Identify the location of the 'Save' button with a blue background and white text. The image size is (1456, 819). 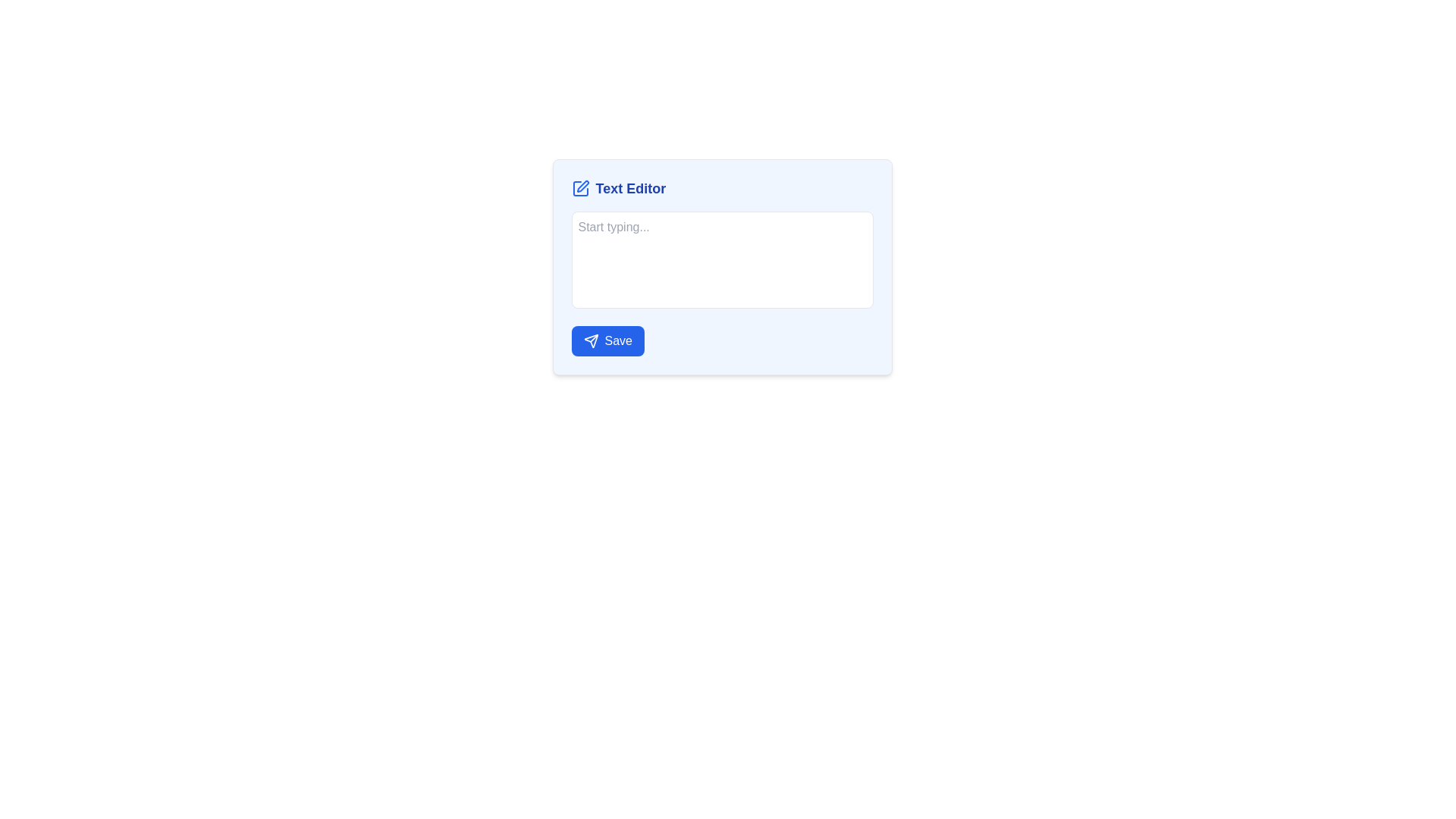
(607, 341).